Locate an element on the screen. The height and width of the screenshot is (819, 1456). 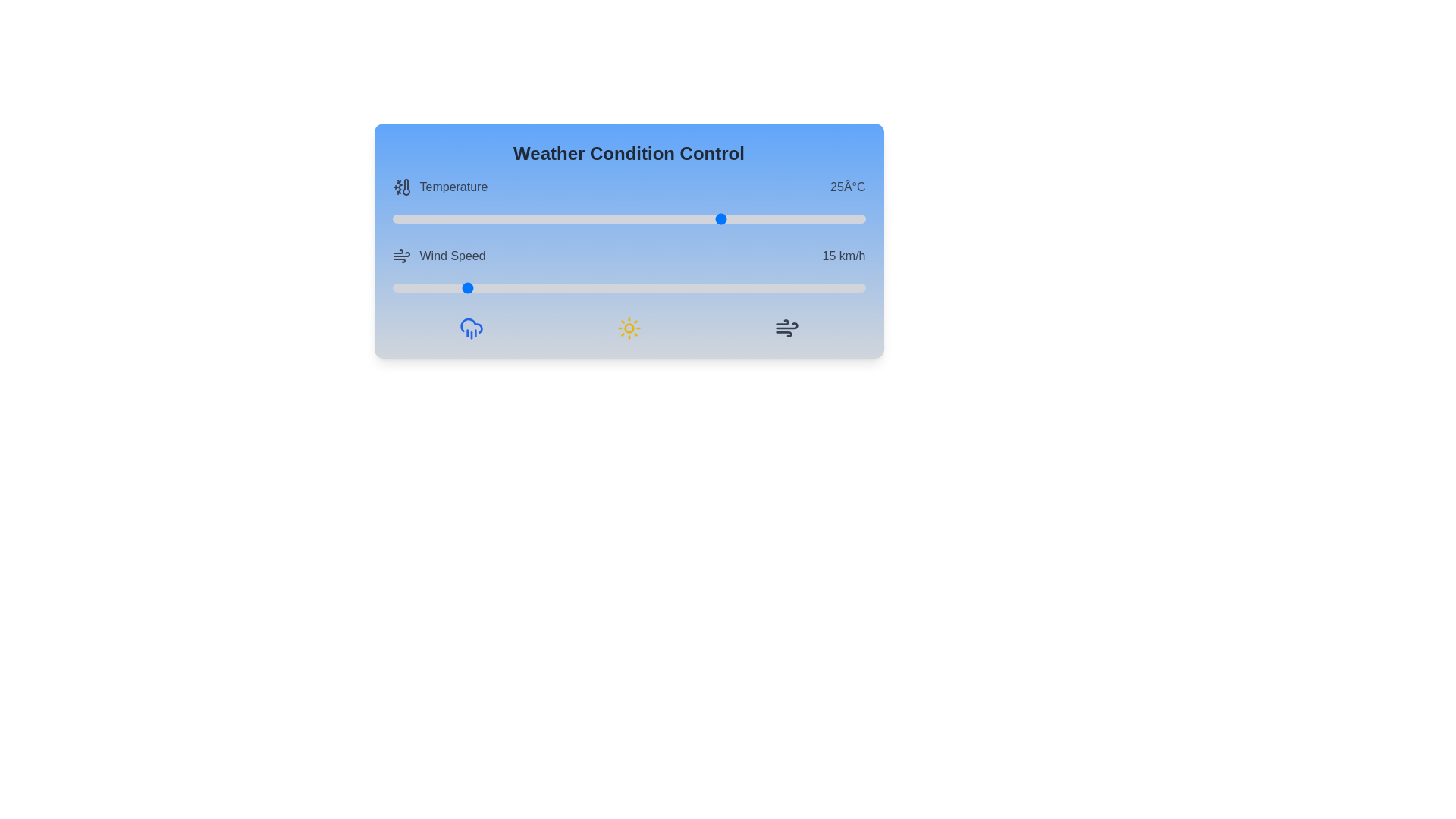
the wind icon in the WeatherConditionControl component is located at coordinates (786, 327).